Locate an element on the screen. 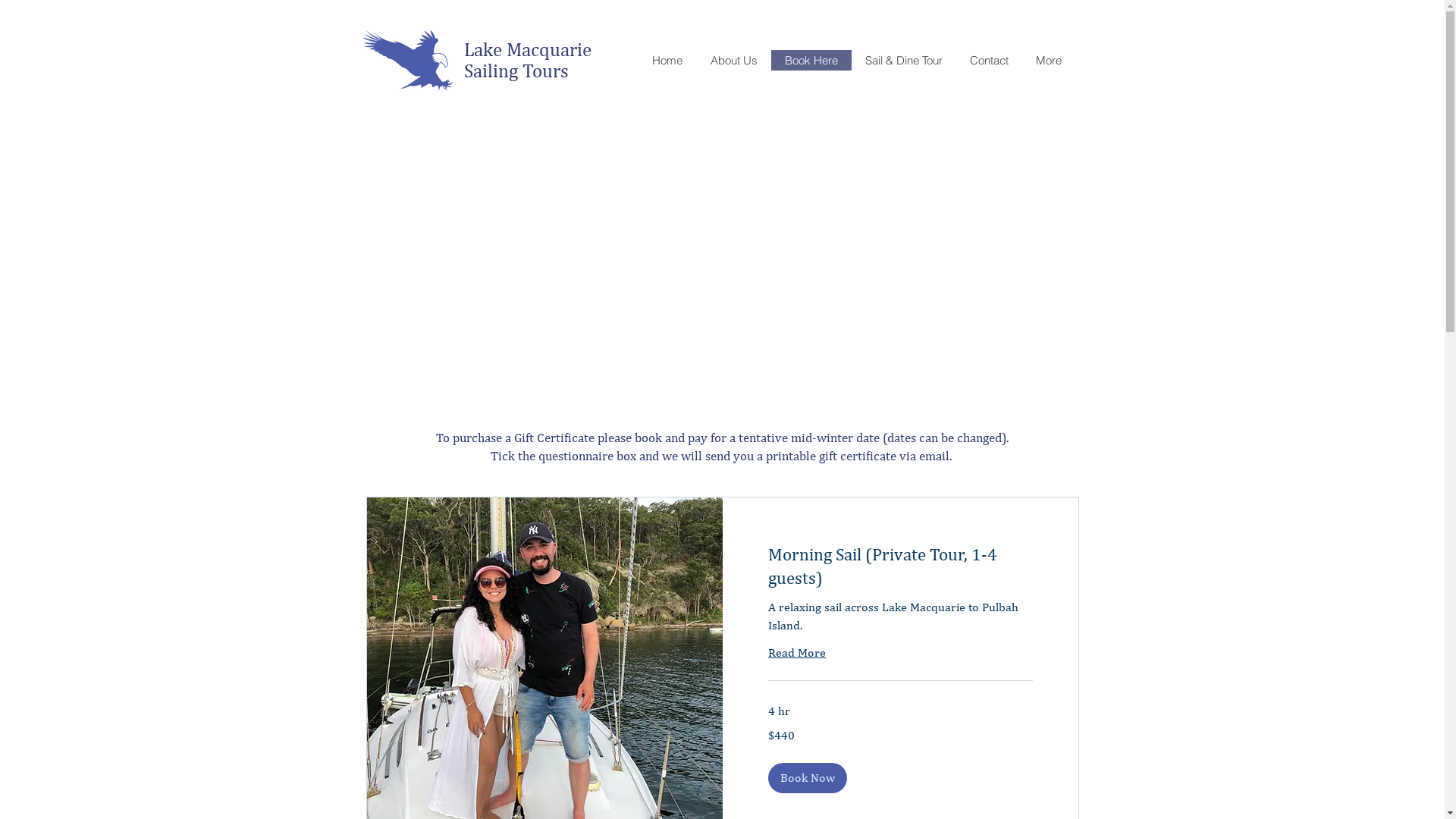 This screenshot has height=819, width=1456. 'Contact' is located at coordinates (988, 59).